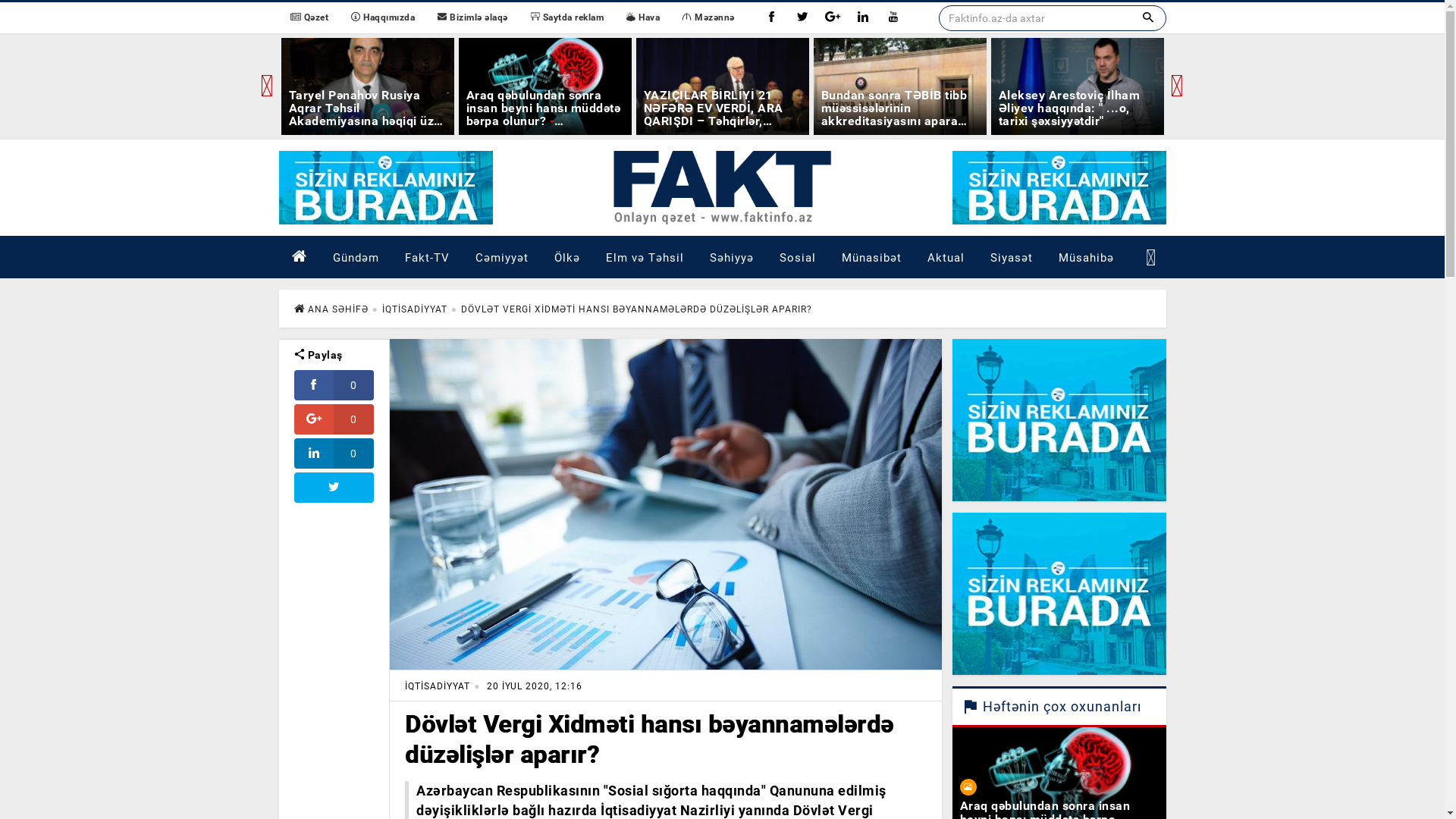 This screenshot has height=819, width=1456. What do you see at coordinates (720, 187) in the screenshot?
I see `'Faktinfo.az'` at bounding box center [720, 187].